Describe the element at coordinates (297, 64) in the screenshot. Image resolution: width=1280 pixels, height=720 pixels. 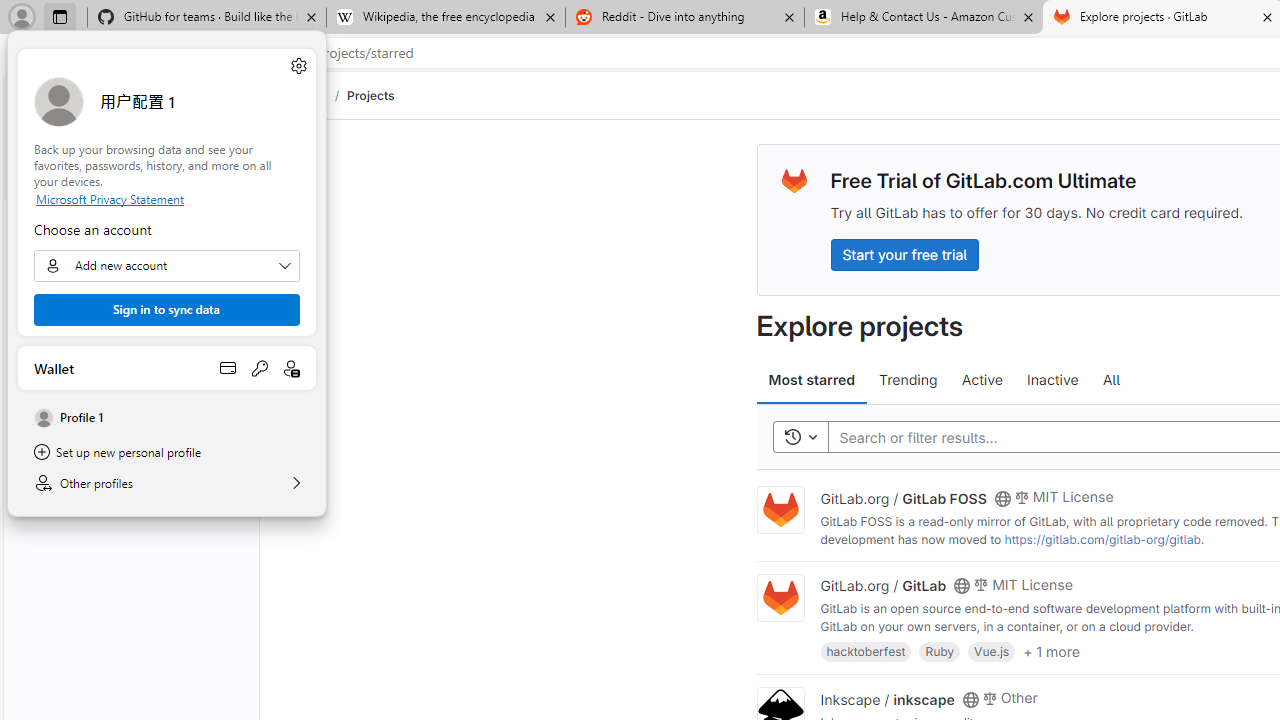
I see `'Manage profile settings'` at that location.